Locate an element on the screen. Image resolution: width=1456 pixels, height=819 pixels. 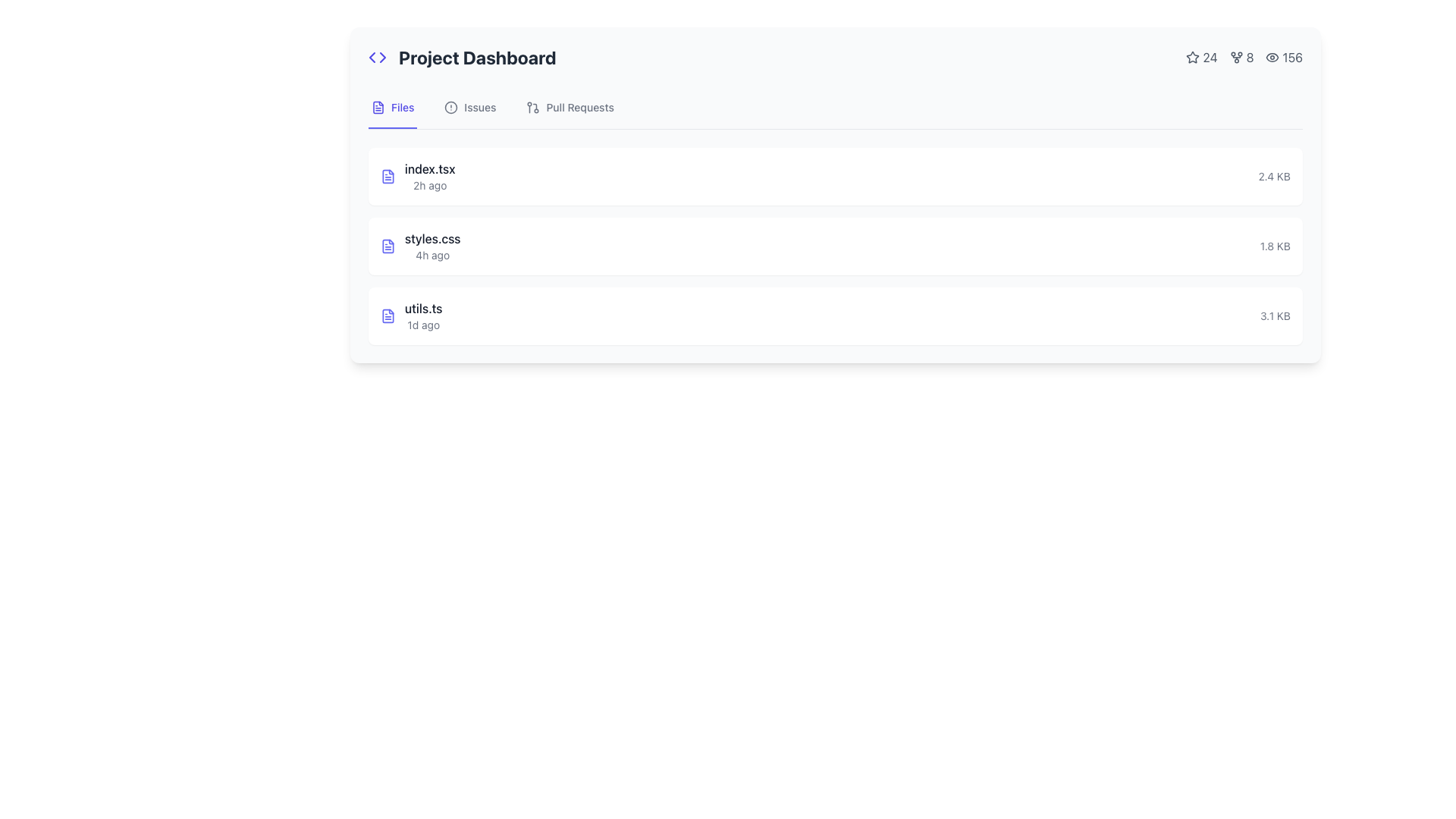
text label displaying '2.4 KB' located to the far right of the entry for 'index.tsx', aligned horizontally with the file name and timestamp is located at coordinates (1274, 175).